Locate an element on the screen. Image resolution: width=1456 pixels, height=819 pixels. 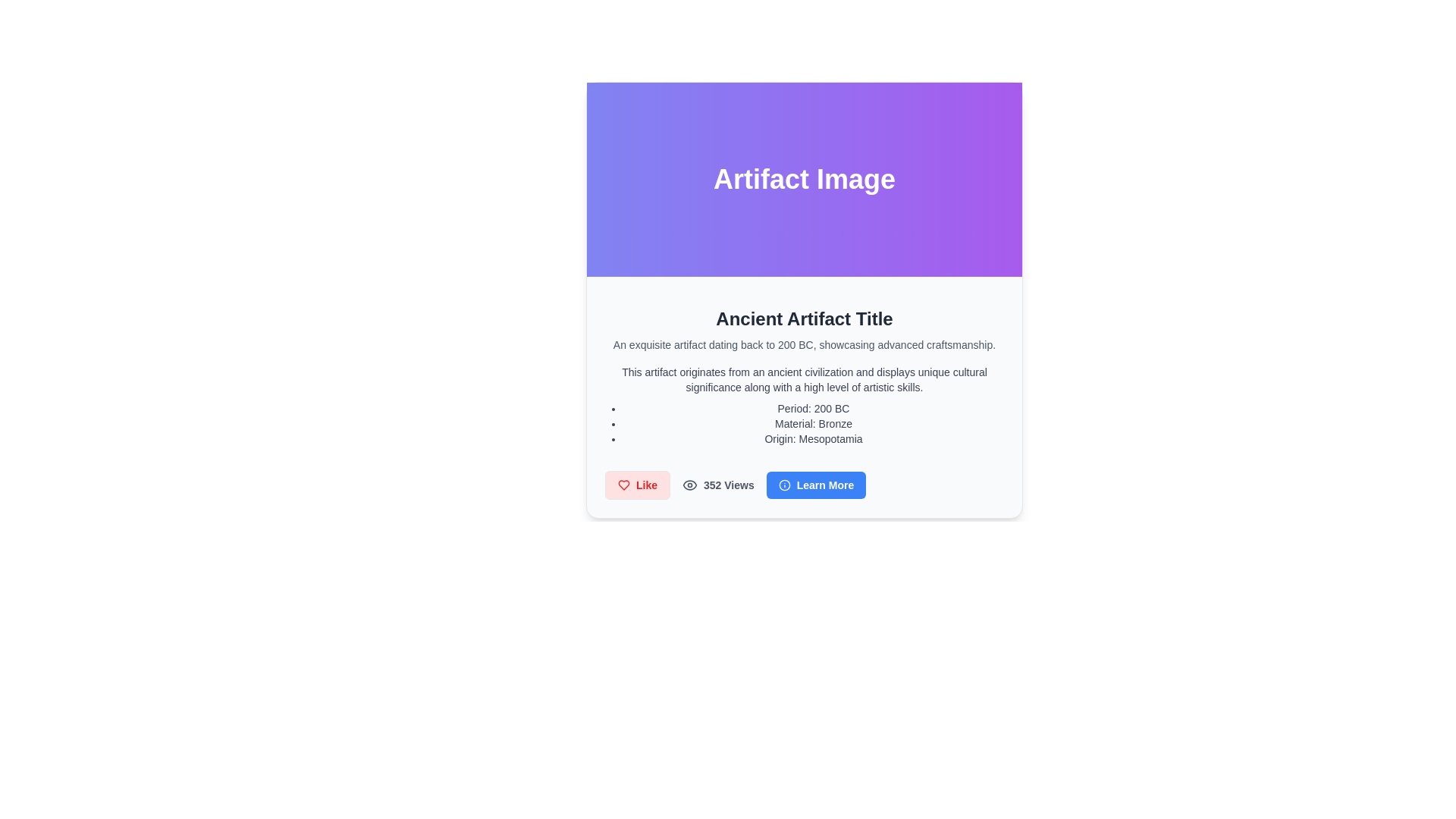
the text block that contains a detailed description of the historical artifact's cultural and artistic significance, which is located below the title 'Ancient Artifact Title' and above interactive buttons is located at coordinates (803, 405).